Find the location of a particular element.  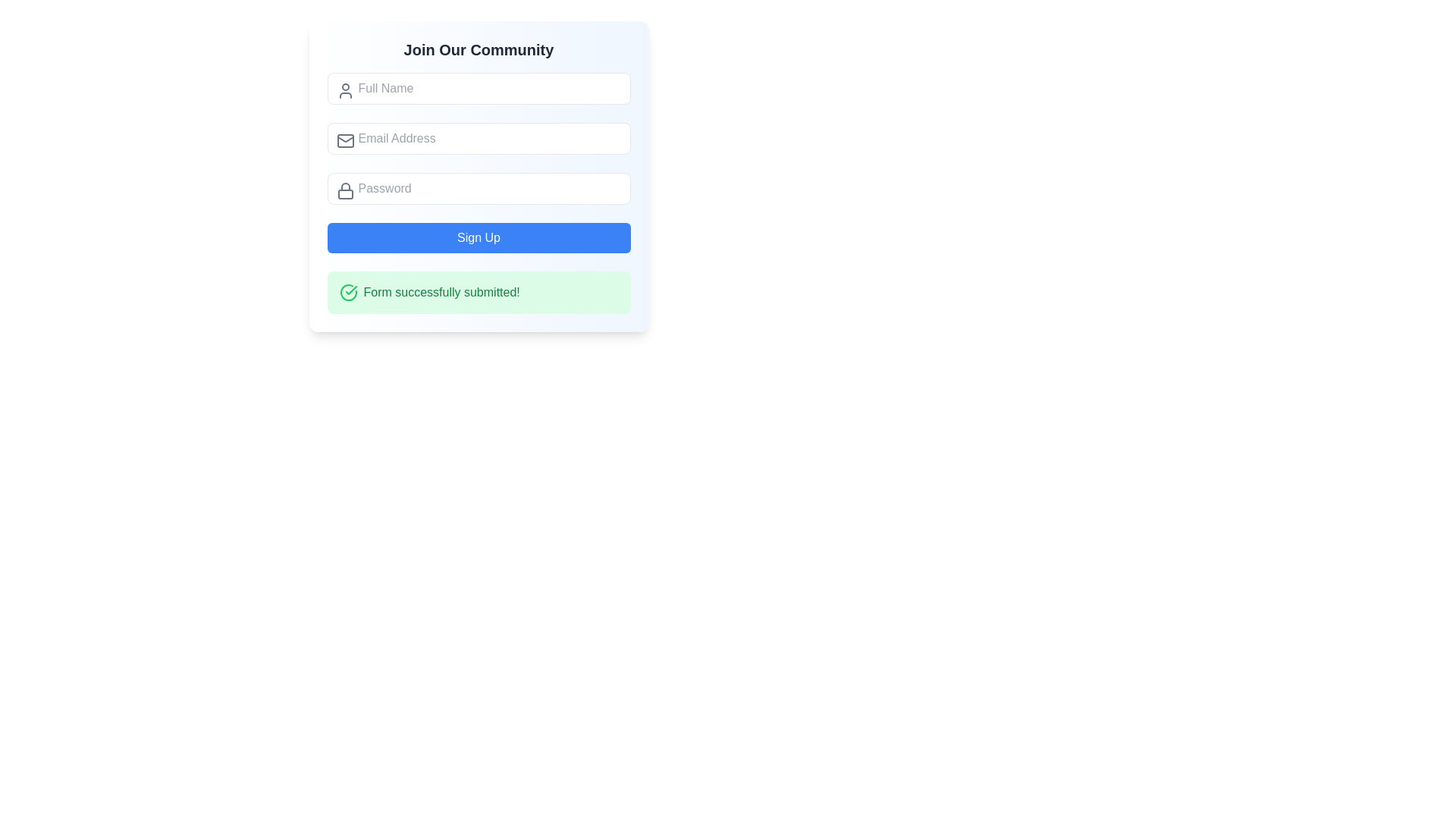

the notification message displaying 'Form successfully submitted!' which is styled in green and contains a green checkmark icon on the left is located at coordinates (478, 292).